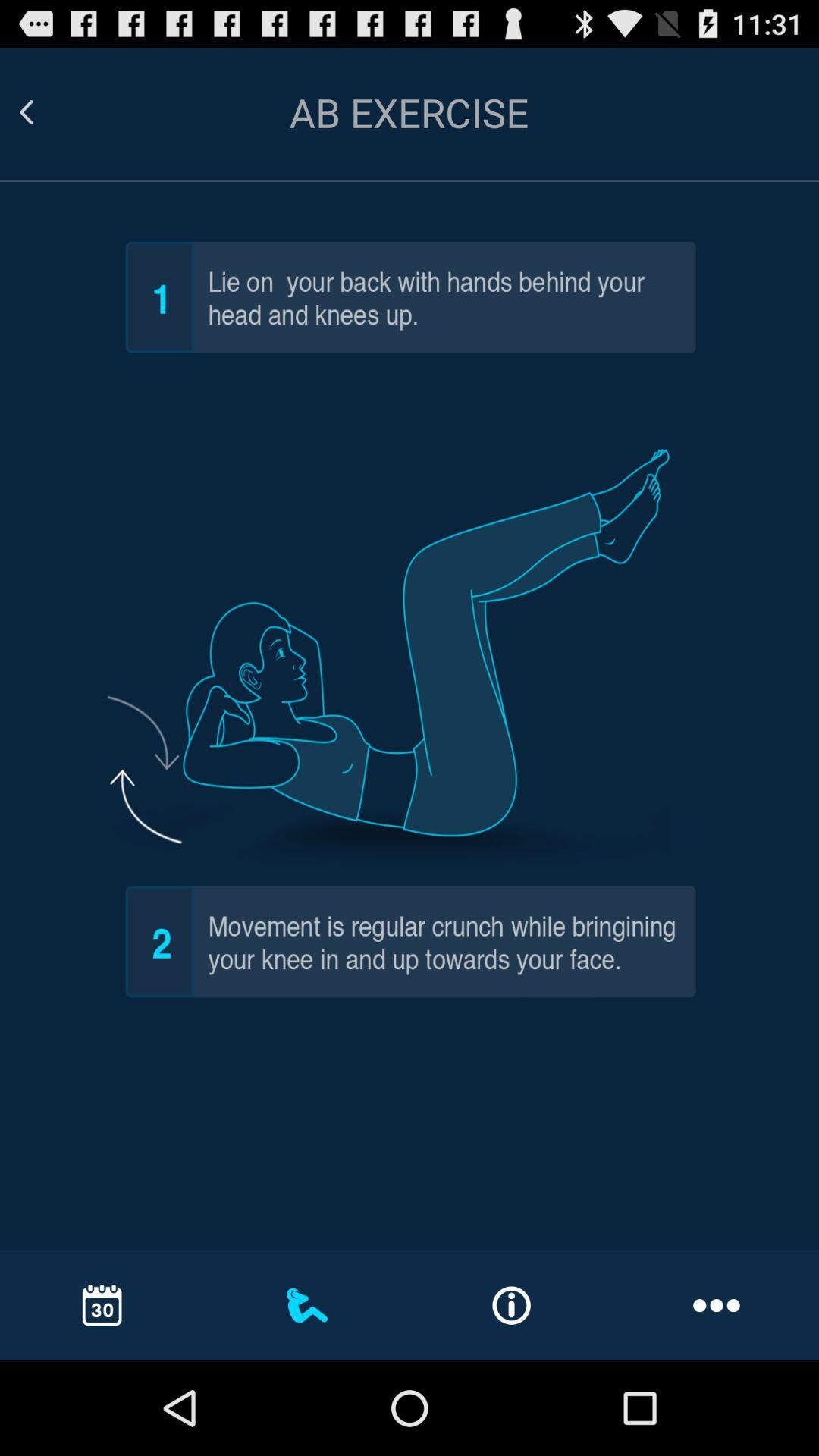  I want to click on the arrow_backward icon, so click(44, 119).